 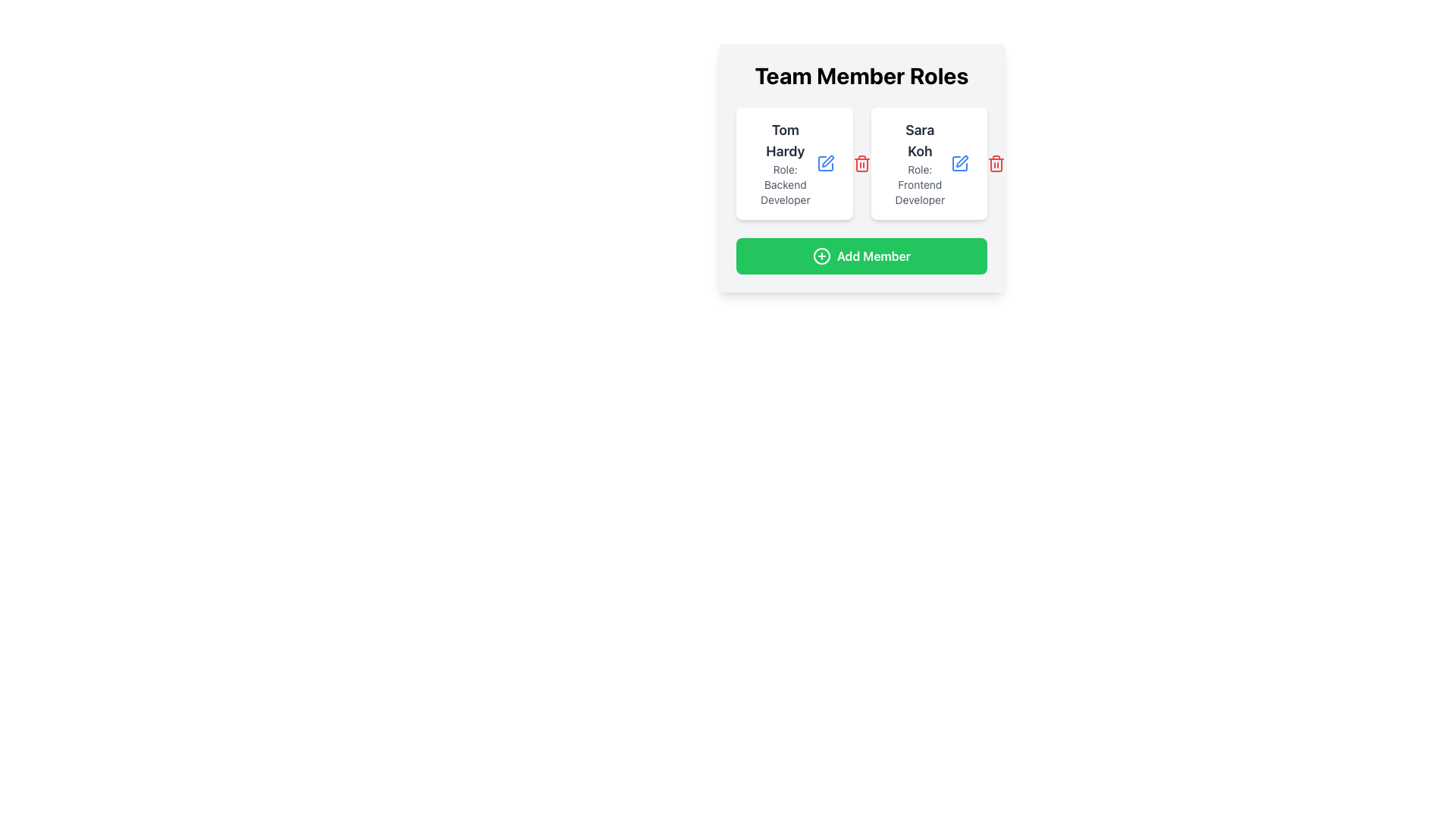 What do you see at coordinates (785, 184) in the screenshot?
I see `role displayed in the Label element that says 'Role: Backend Developer', located beneath 'Tom Hardy' in the first member card` at bounding box center [785, 184].